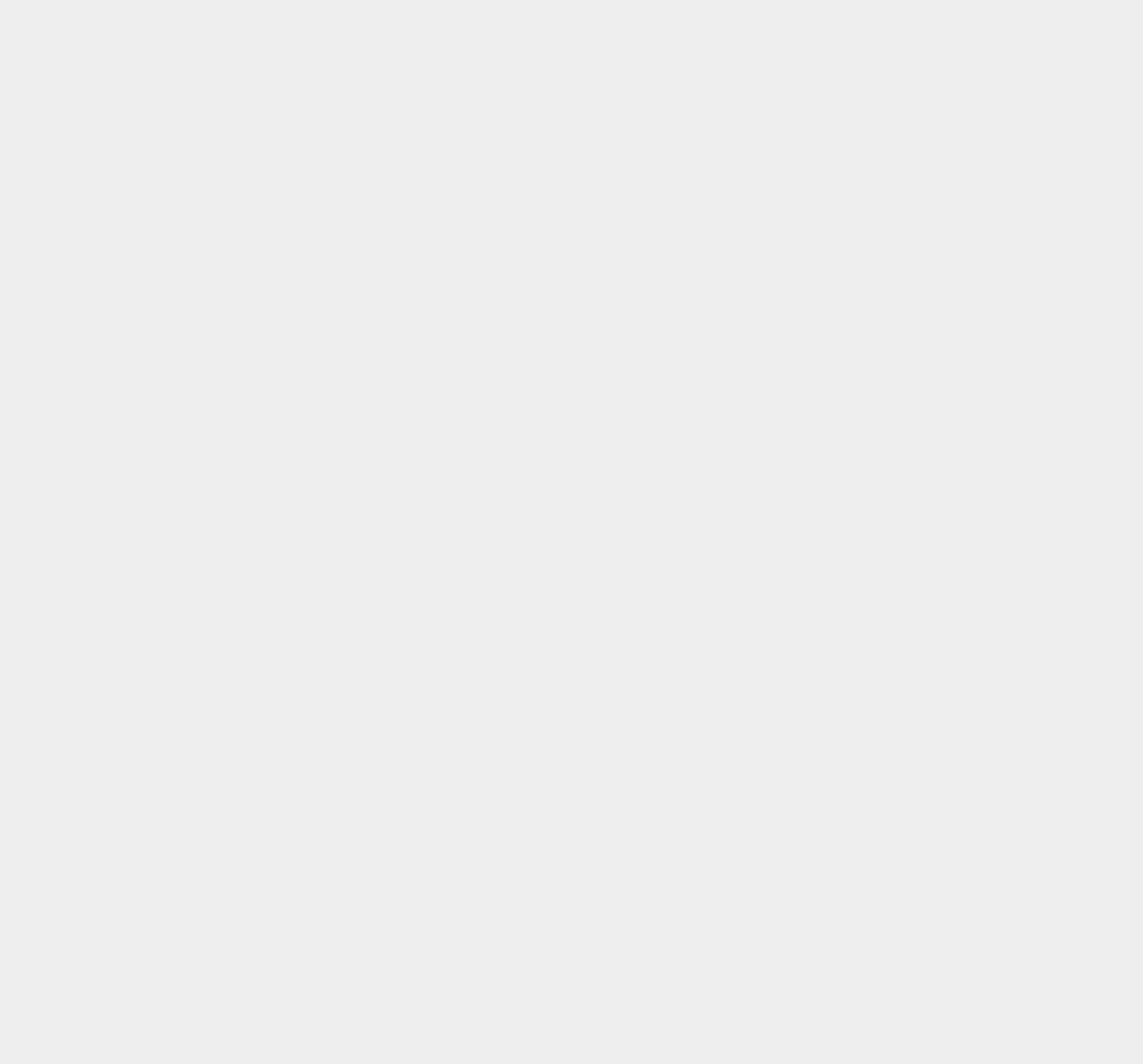  What do you see at coordinates (19, 178) in the screenshot?
I see `'The Impact of Social Media on Search Engines:'` at bounding box center [19, 178].